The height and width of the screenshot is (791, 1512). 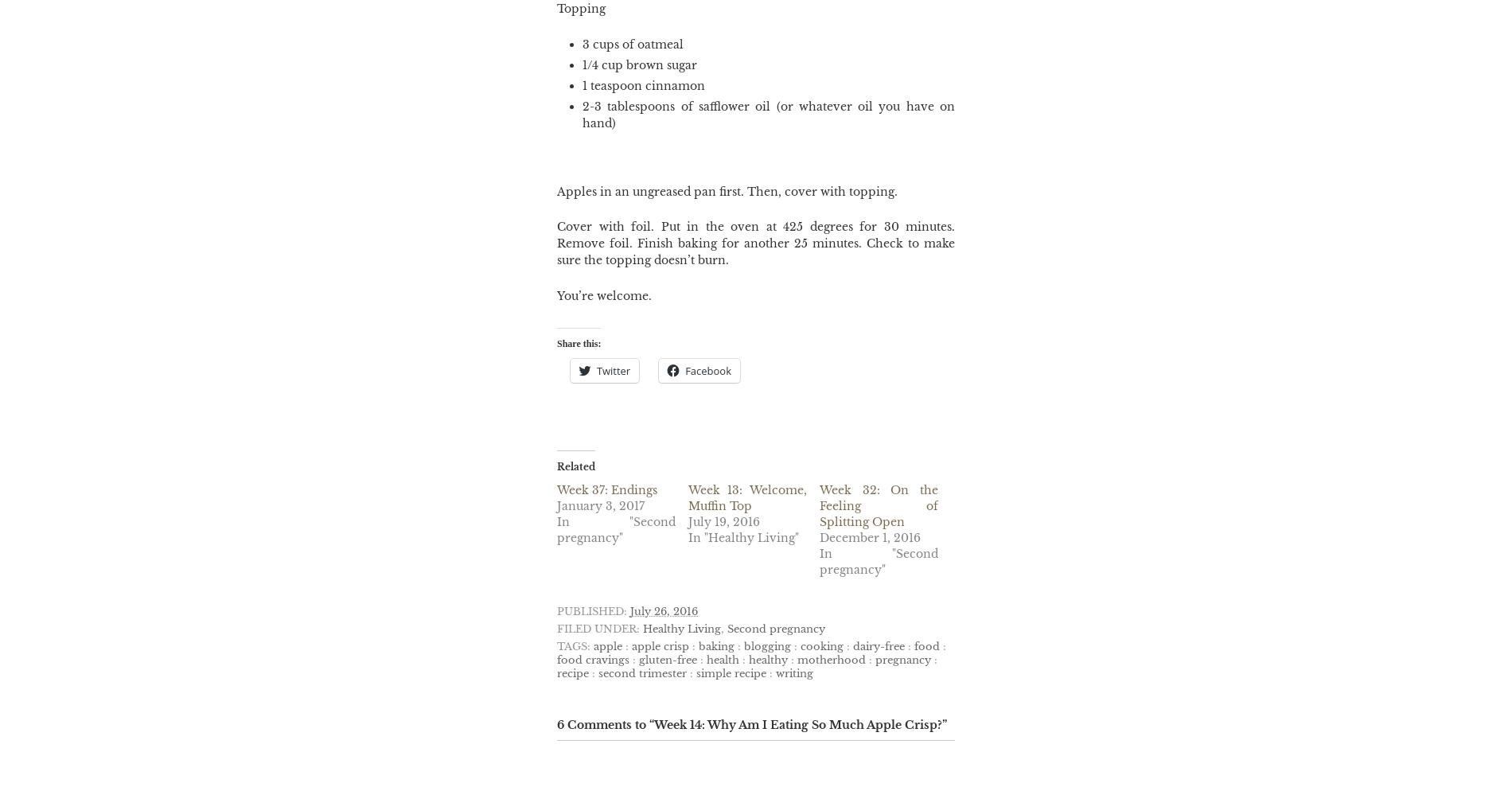 I want to click on '6 Comments to “Week 14: Why Am I Eating So Much Apple Crisp?”', so click(x=751, y=724).